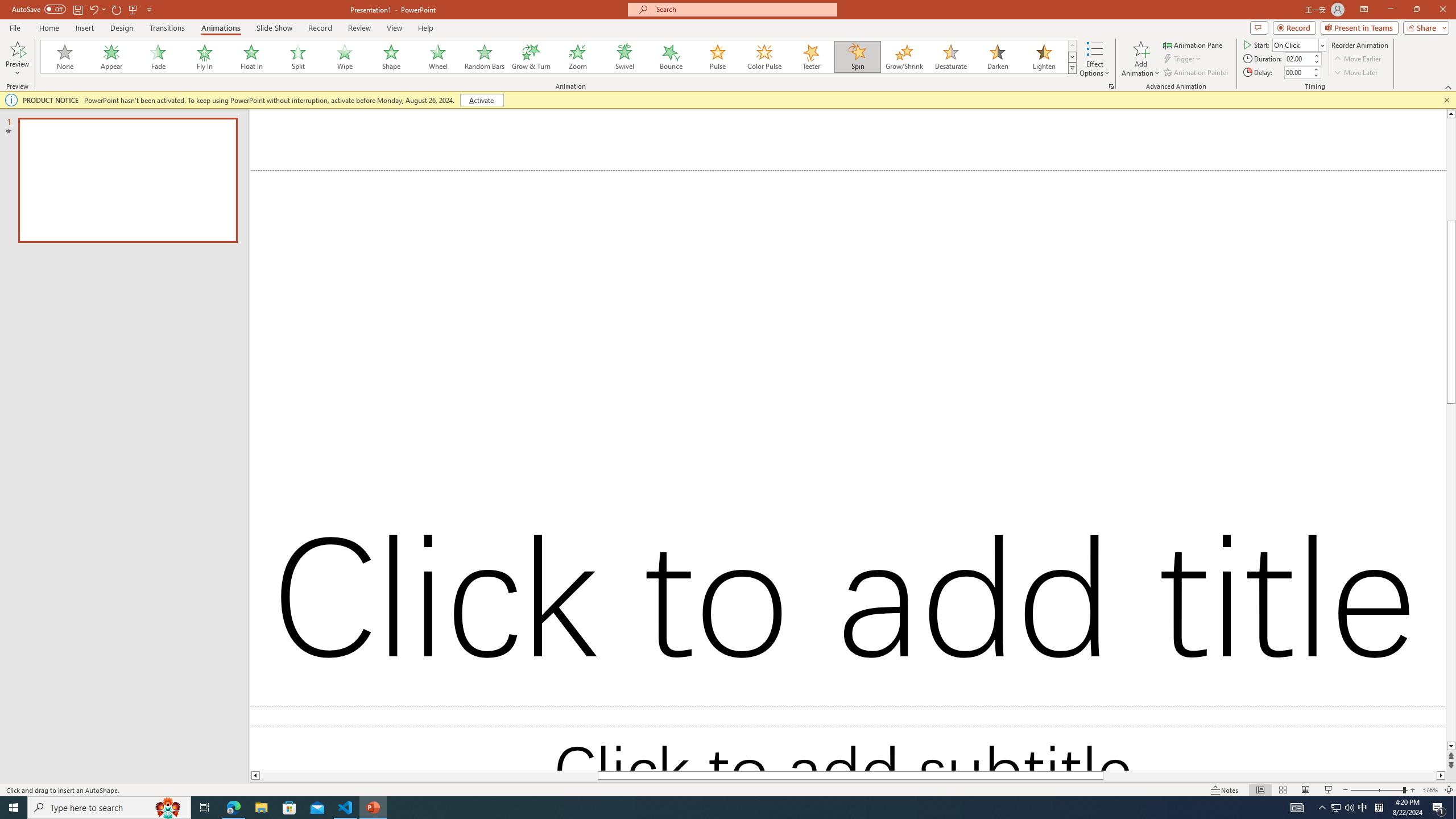 The width and height of the screenshot is (1456, 819). I want to click on 'Swivel', so click(624, 56).